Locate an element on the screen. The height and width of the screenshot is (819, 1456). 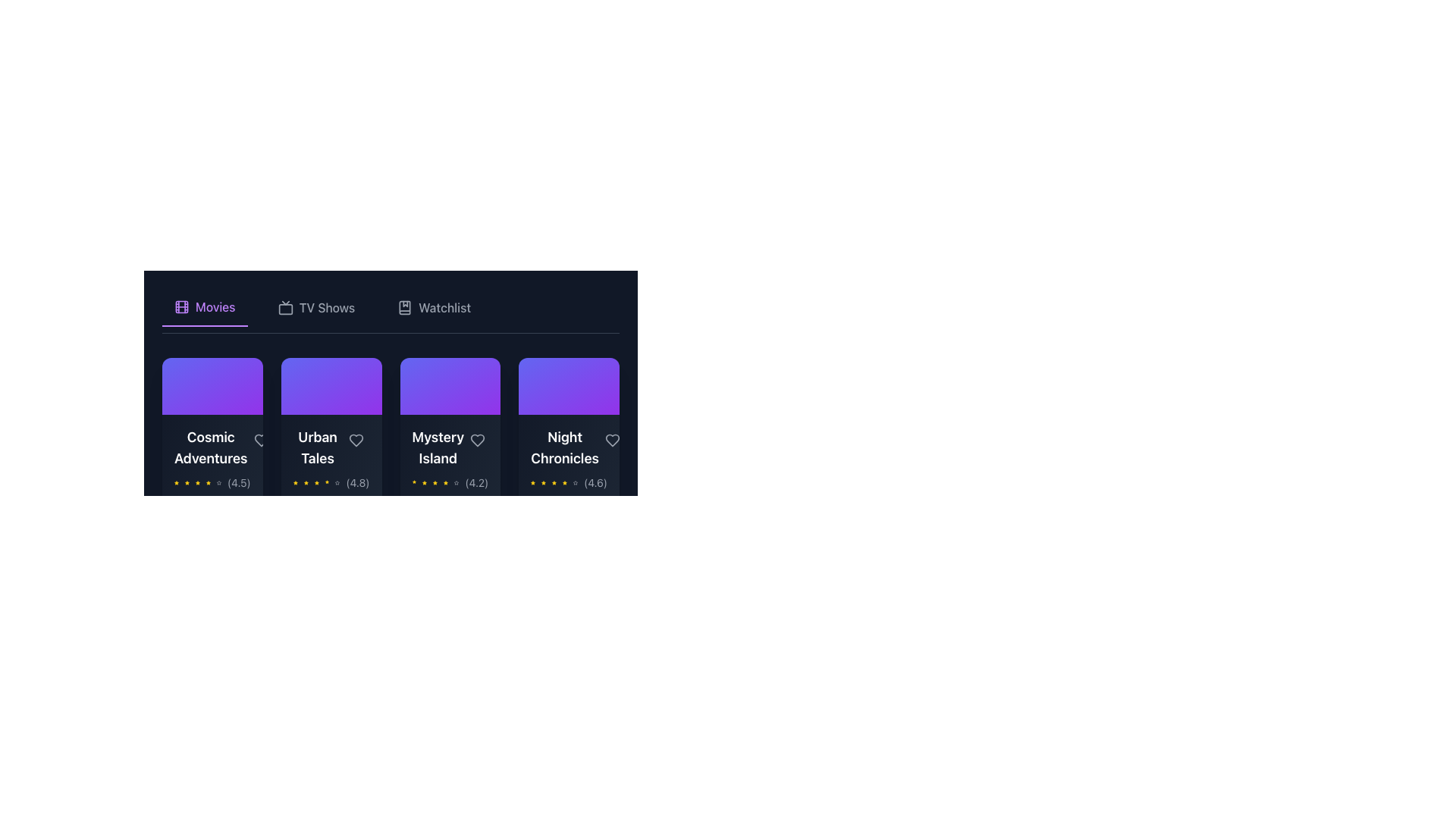
the fifth star icon in the rating system for 'Urban Tales' to interact with the rating system is located at coordinates (337, 482).